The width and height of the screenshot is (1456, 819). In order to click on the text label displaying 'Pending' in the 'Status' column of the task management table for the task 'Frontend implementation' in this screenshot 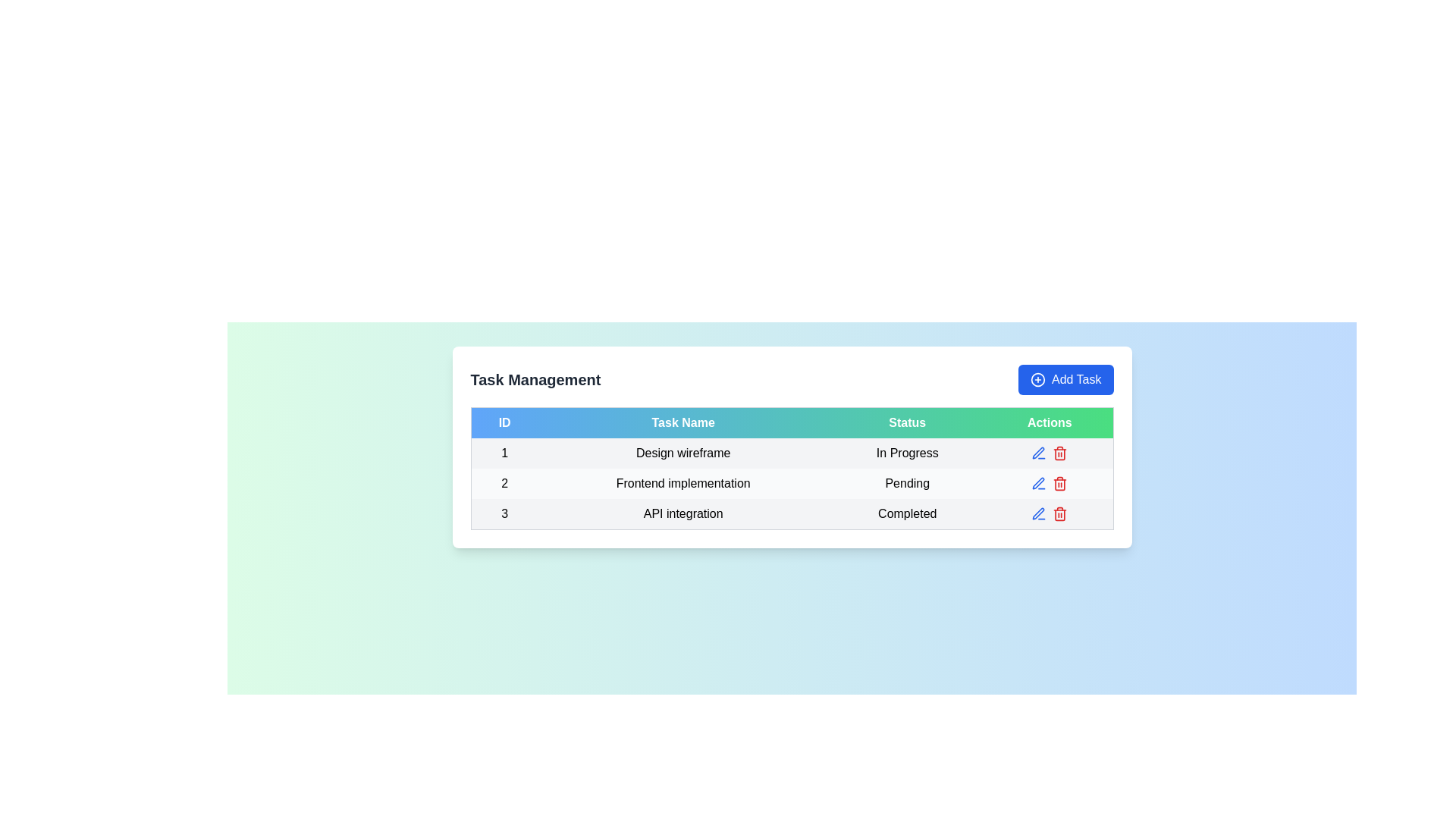, I will do `click(907, 483)`.